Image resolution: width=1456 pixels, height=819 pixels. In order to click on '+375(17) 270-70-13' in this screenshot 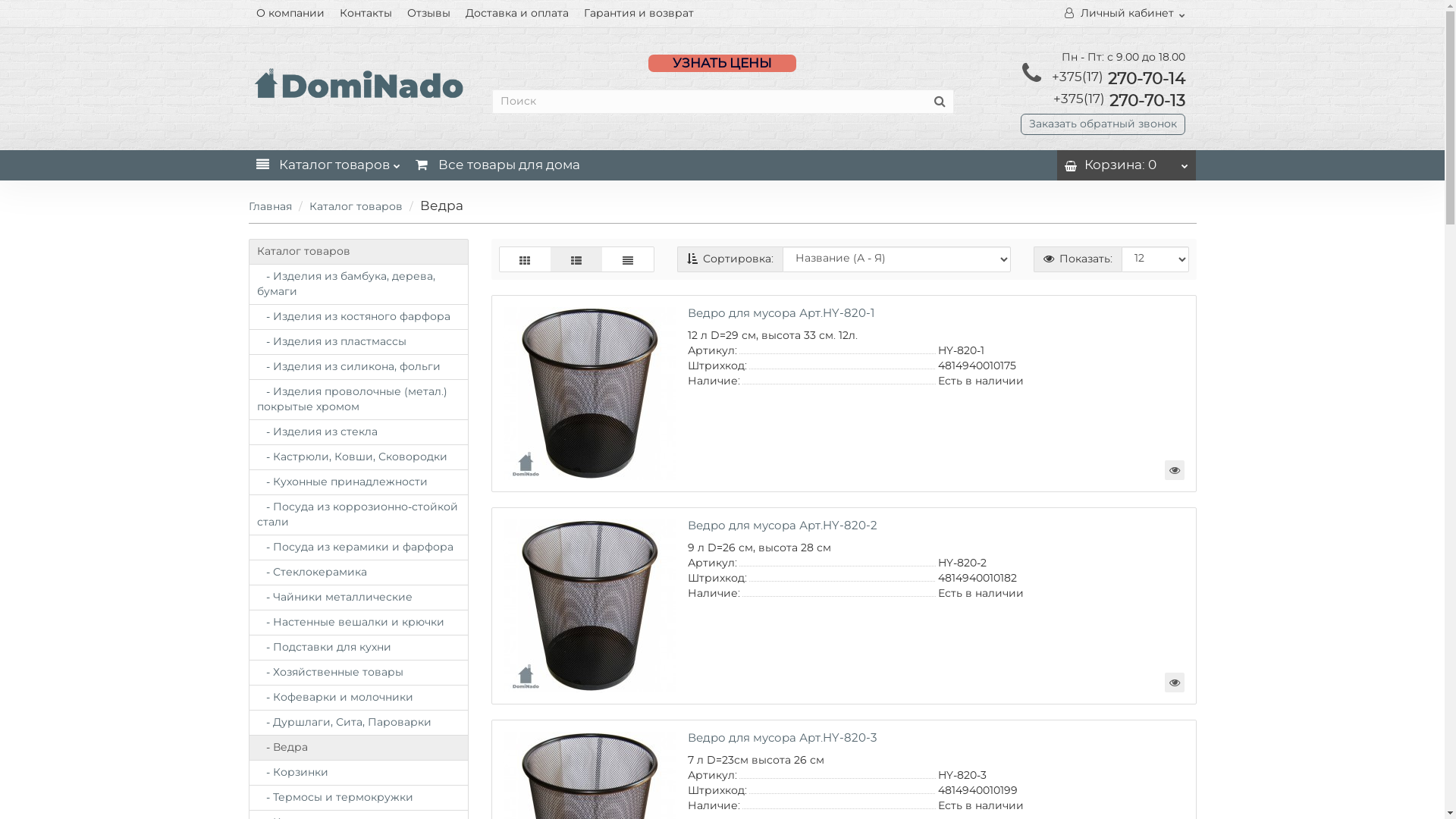, I will do `click(1118, 101)`.